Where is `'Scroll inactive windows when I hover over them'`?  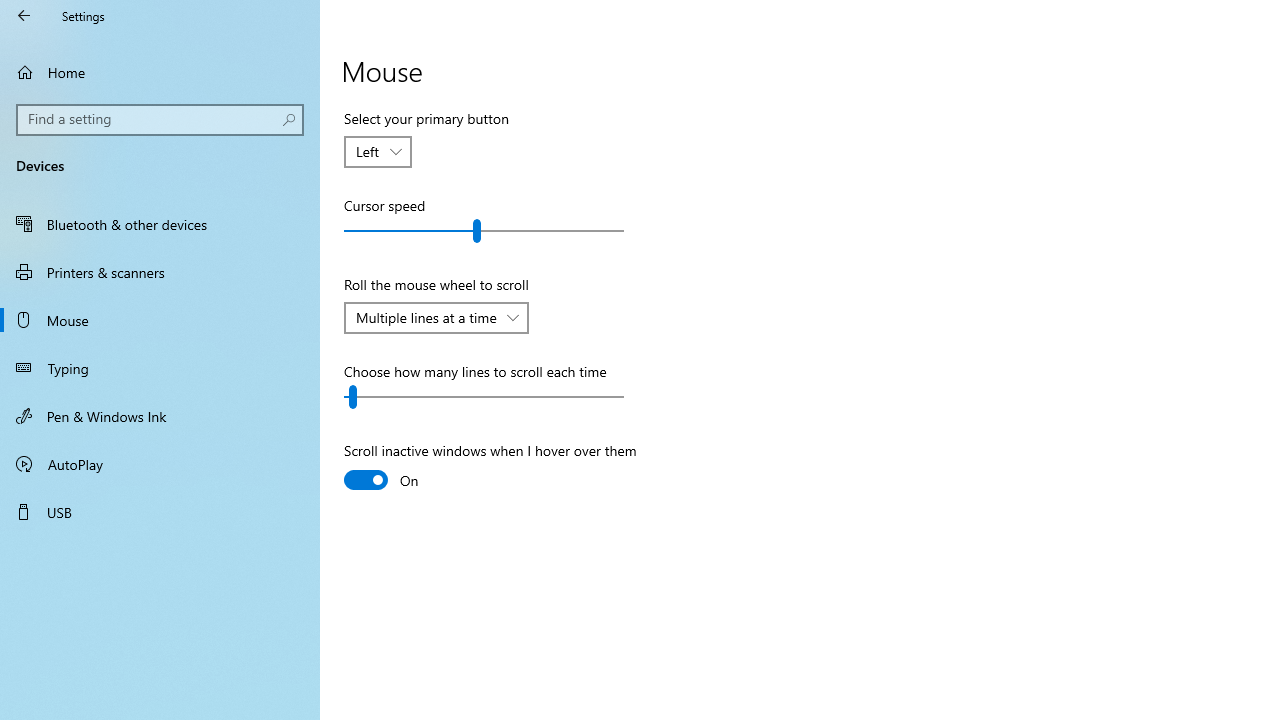
'Scroll inactive windows when I hover over them' is located at coordinates (490, 468).